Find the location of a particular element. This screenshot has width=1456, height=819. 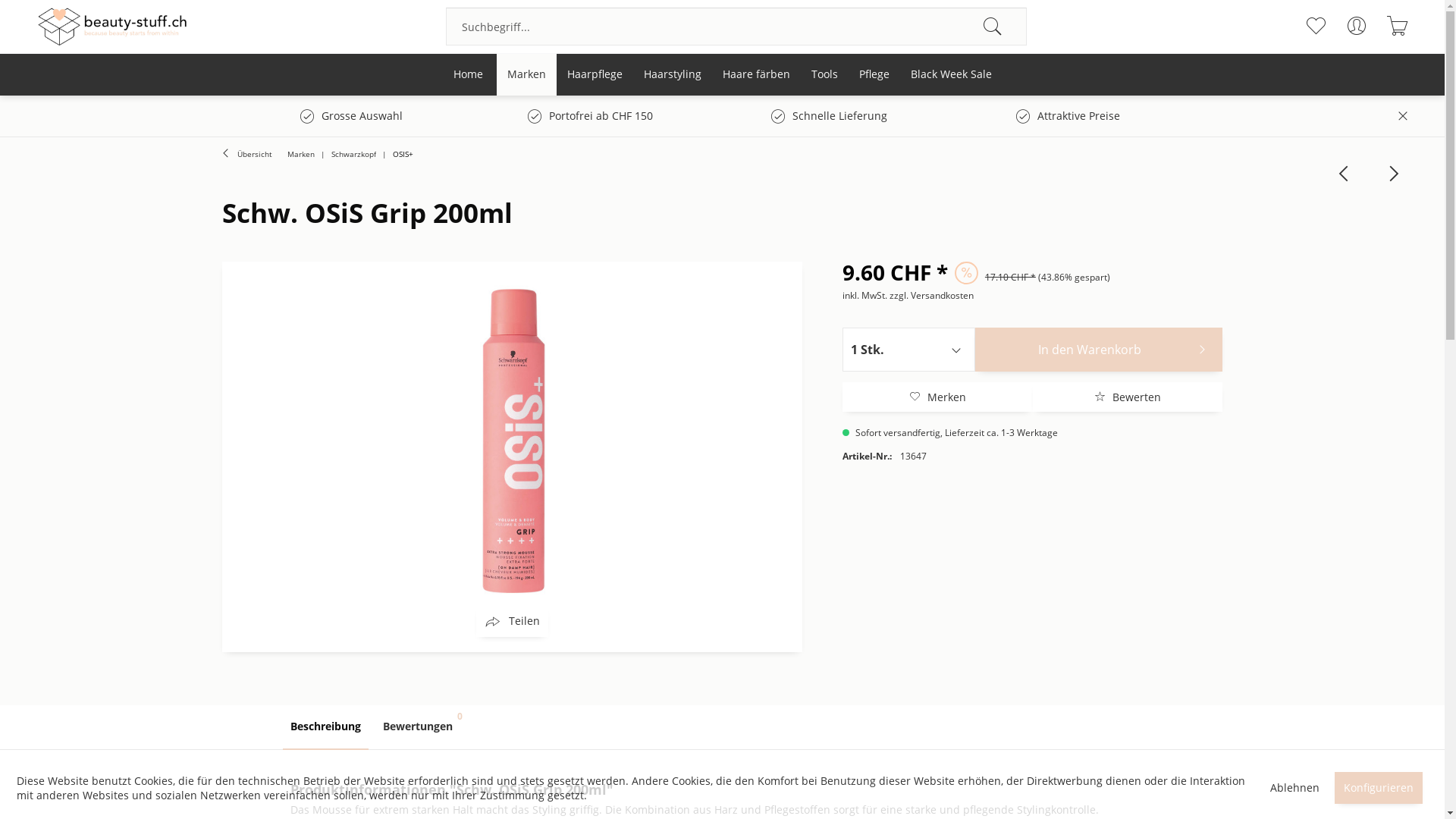

'Konfigurieren' is located at coordinates (1379, 786).